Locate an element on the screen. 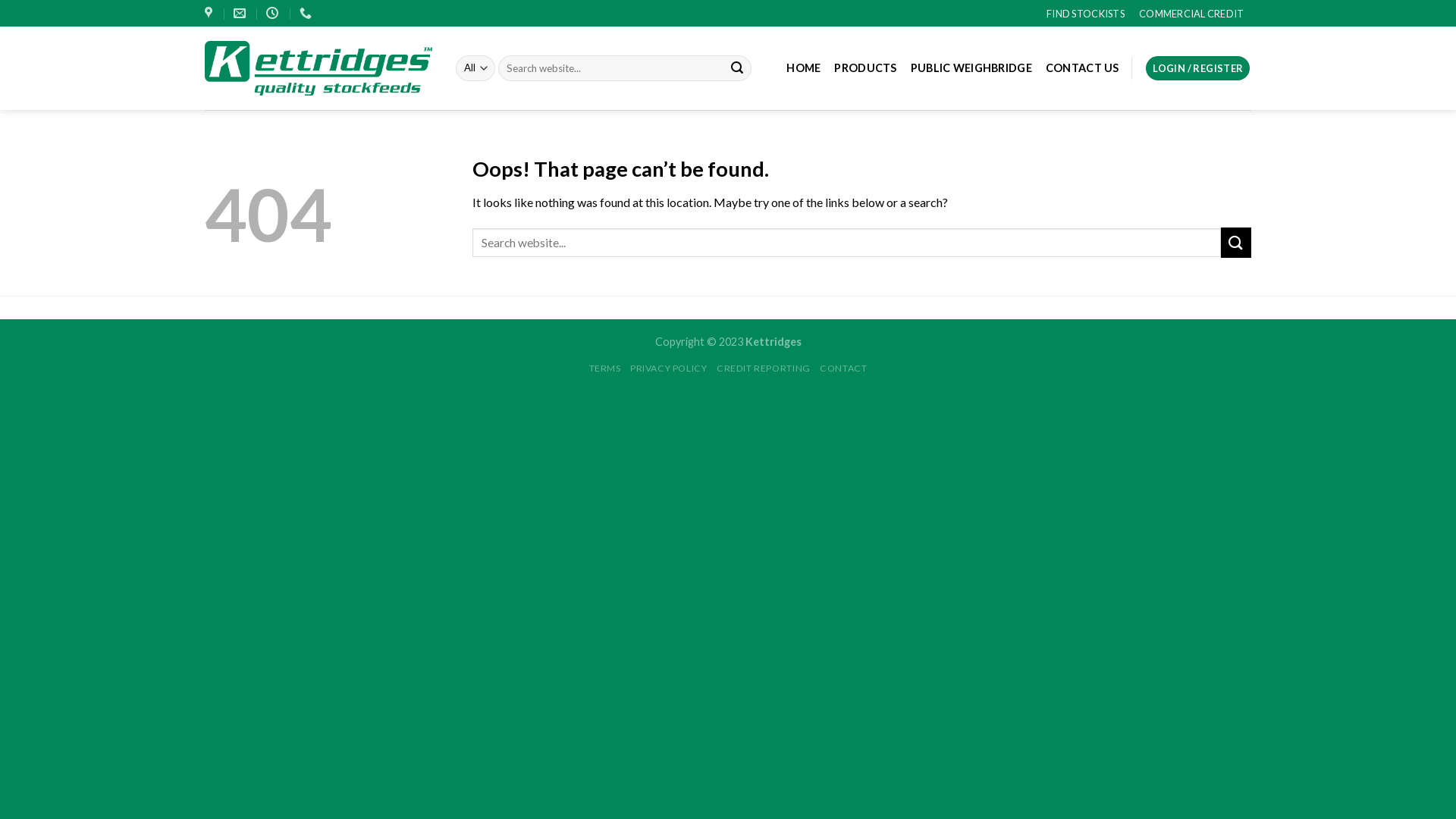 The width and height of the screenshot is (1456, 819). 'TERMS' is located at coordinates (604, 368).